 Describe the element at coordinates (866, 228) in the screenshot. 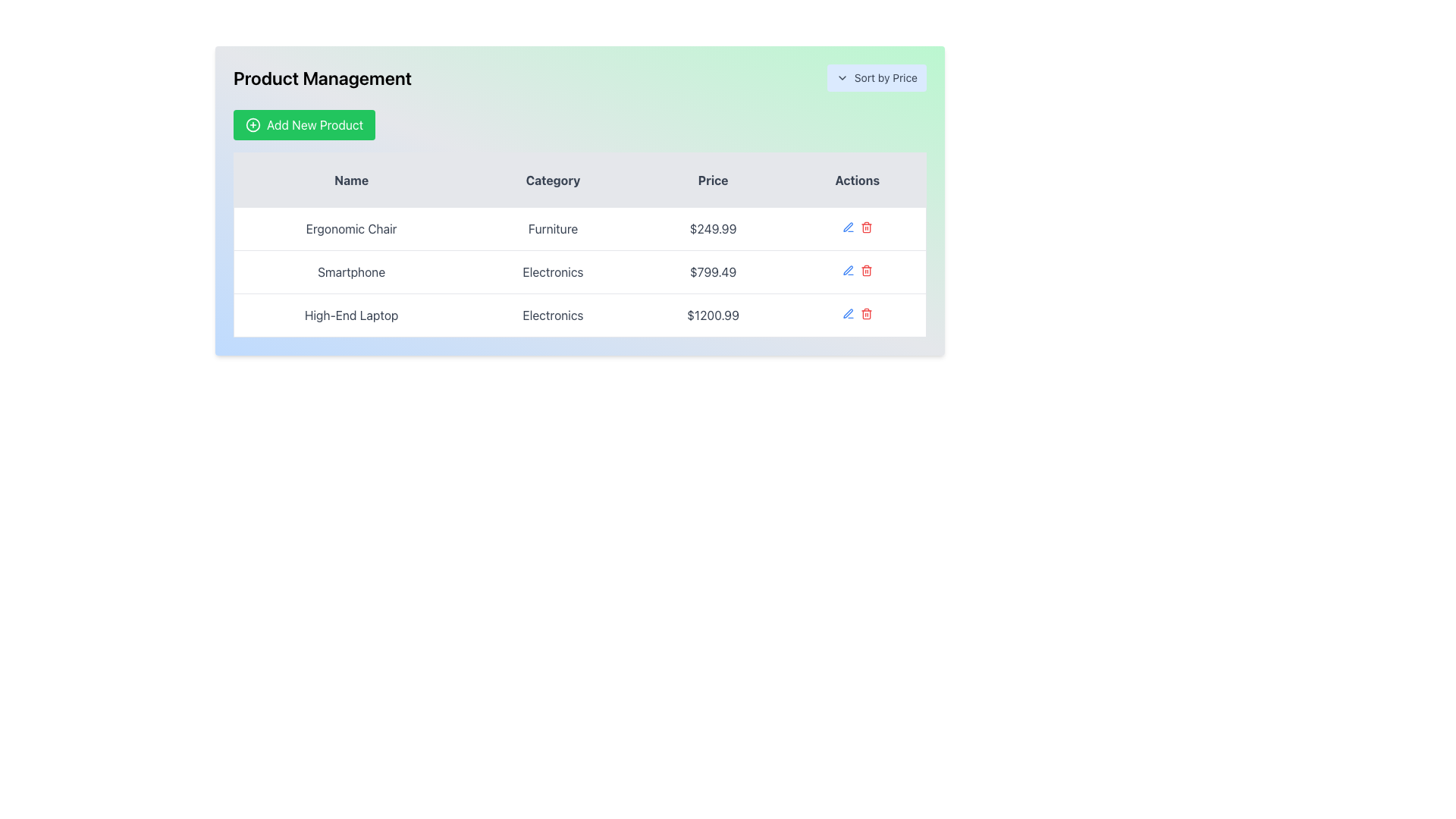

I see `the trash can icon in the 'Actions' column of the second row` at that location.